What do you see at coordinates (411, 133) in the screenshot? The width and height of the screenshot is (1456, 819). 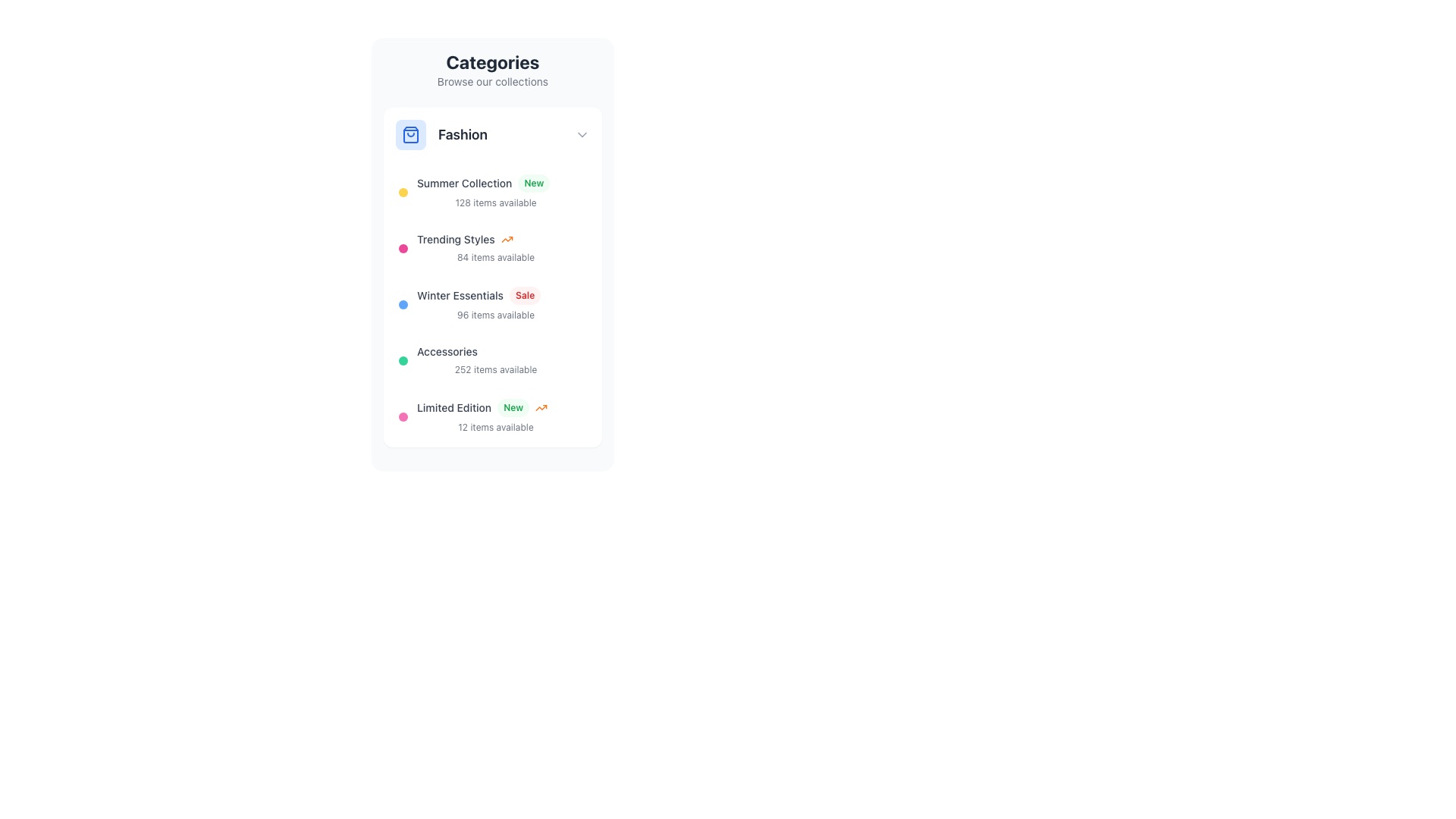 I see `the shopping bag icon with blue lines` at bounding box center [411, 133].